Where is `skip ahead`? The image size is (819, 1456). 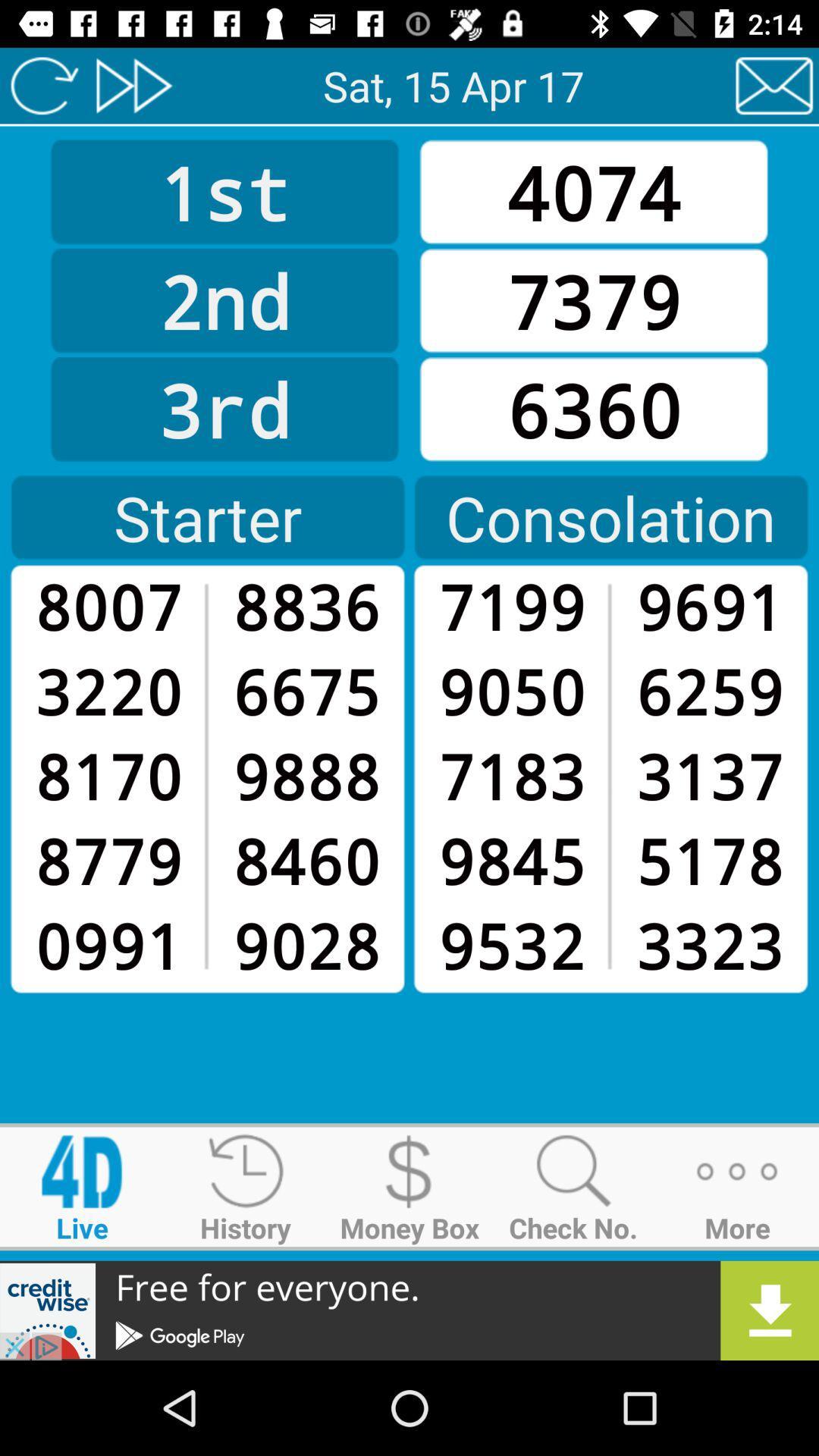 skip ahead is located at coordinates (133, 85).